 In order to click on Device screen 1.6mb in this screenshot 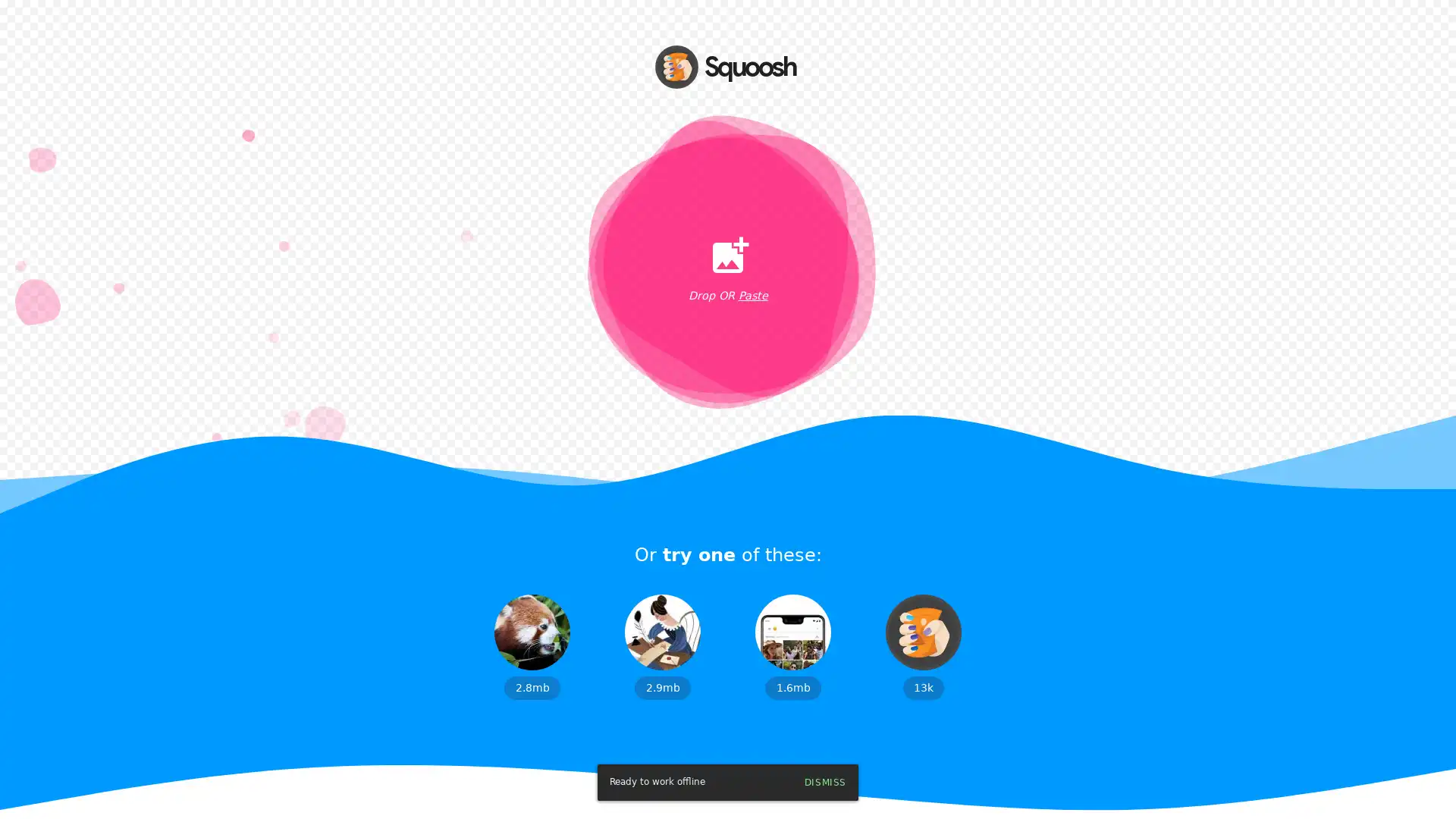, I will do `click(792, 646)`.